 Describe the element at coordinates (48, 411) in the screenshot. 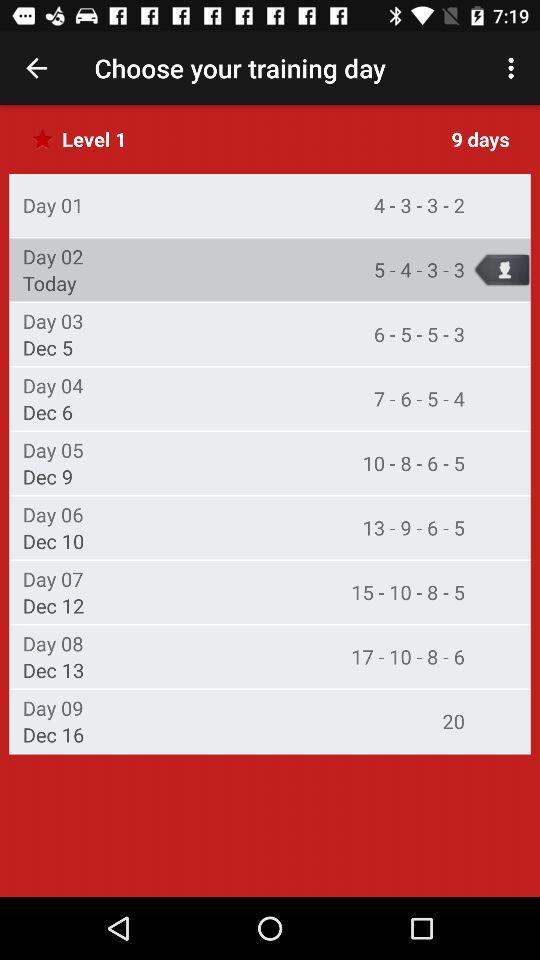

I see `icon below the day 04 icon` at that location.